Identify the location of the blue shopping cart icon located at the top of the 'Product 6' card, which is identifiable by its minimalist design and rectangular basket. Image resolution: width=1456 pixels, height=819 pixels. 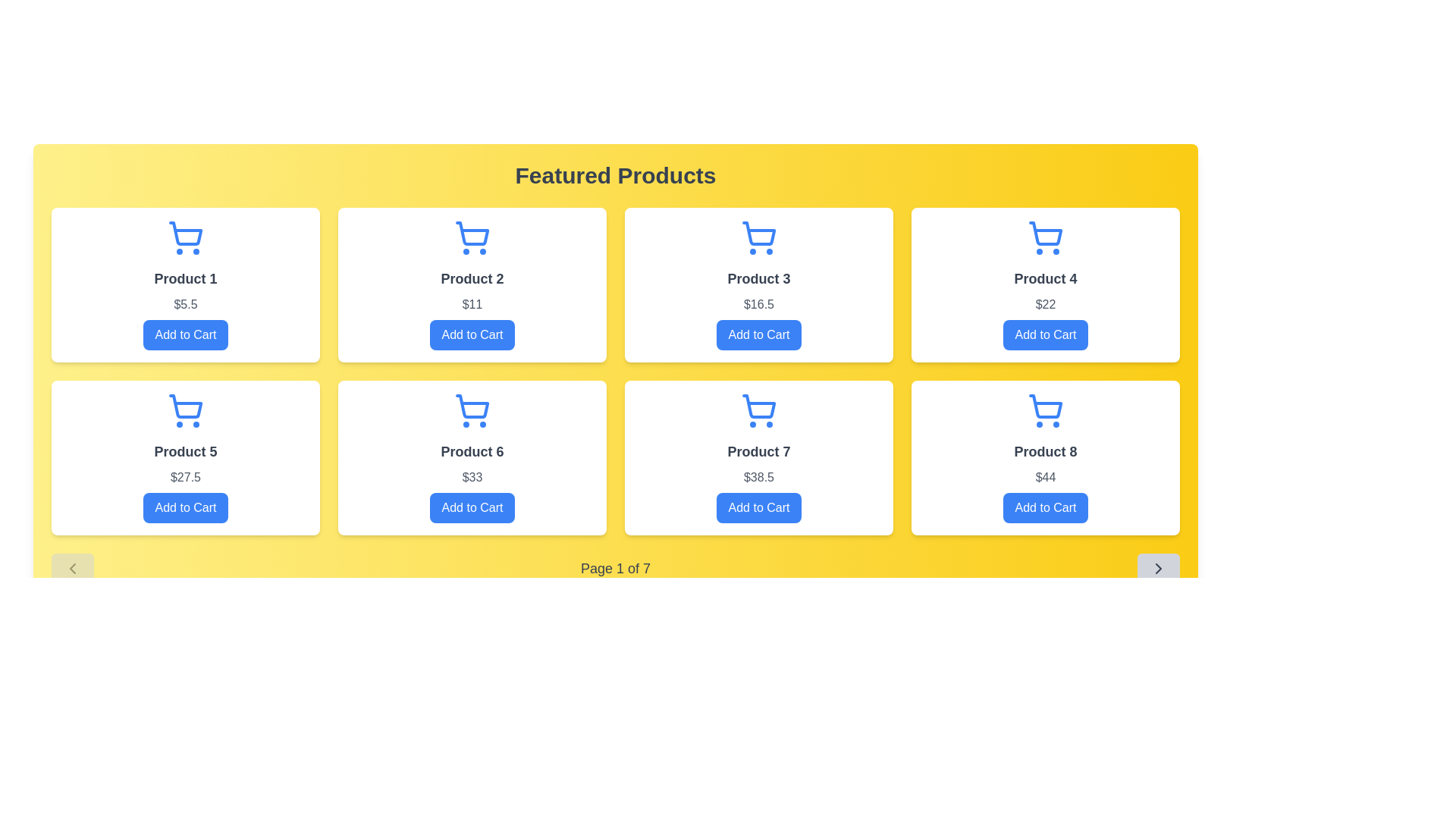
(472, 411).